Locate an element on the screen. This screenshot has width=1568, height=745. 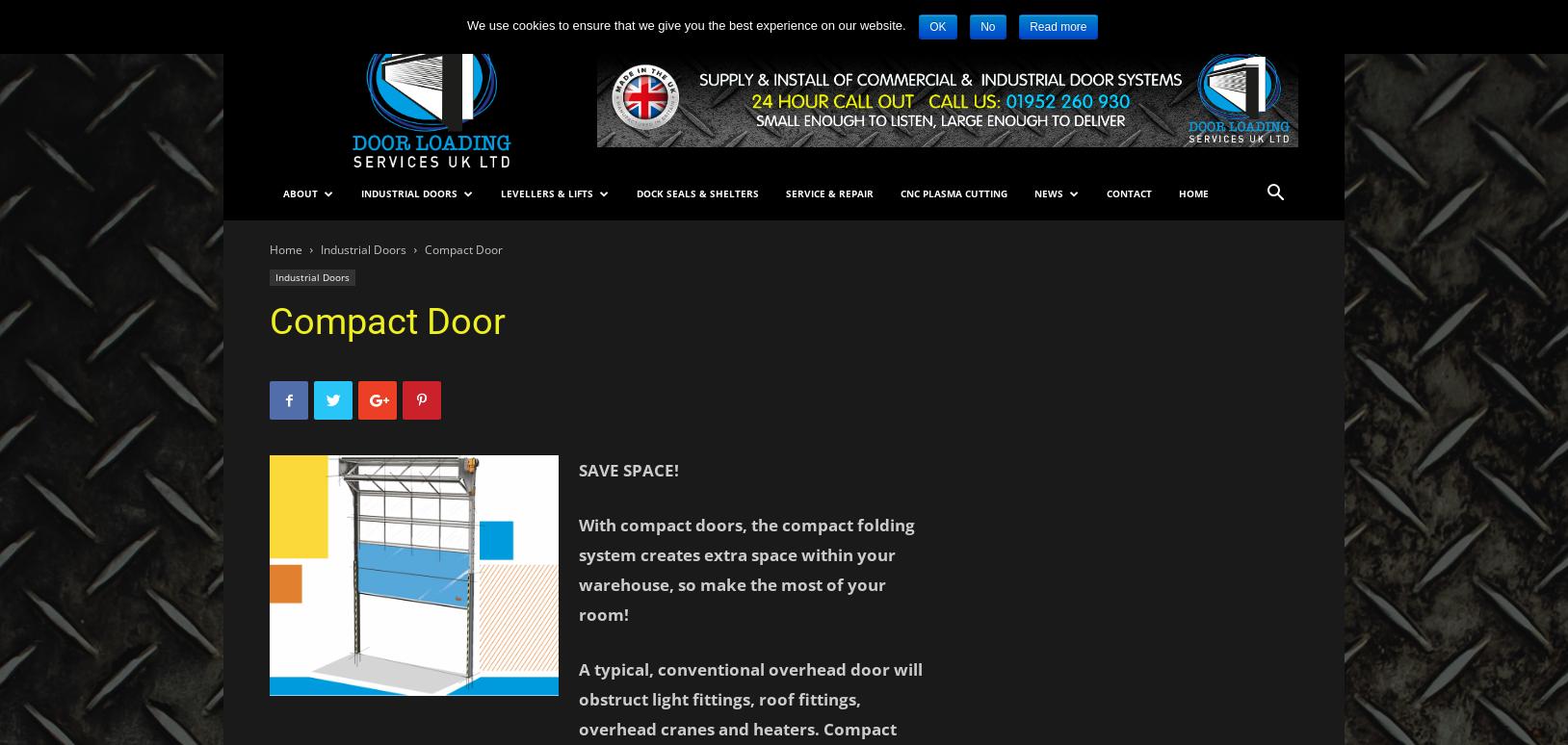
'OK' is located at coordinates (936, 27).